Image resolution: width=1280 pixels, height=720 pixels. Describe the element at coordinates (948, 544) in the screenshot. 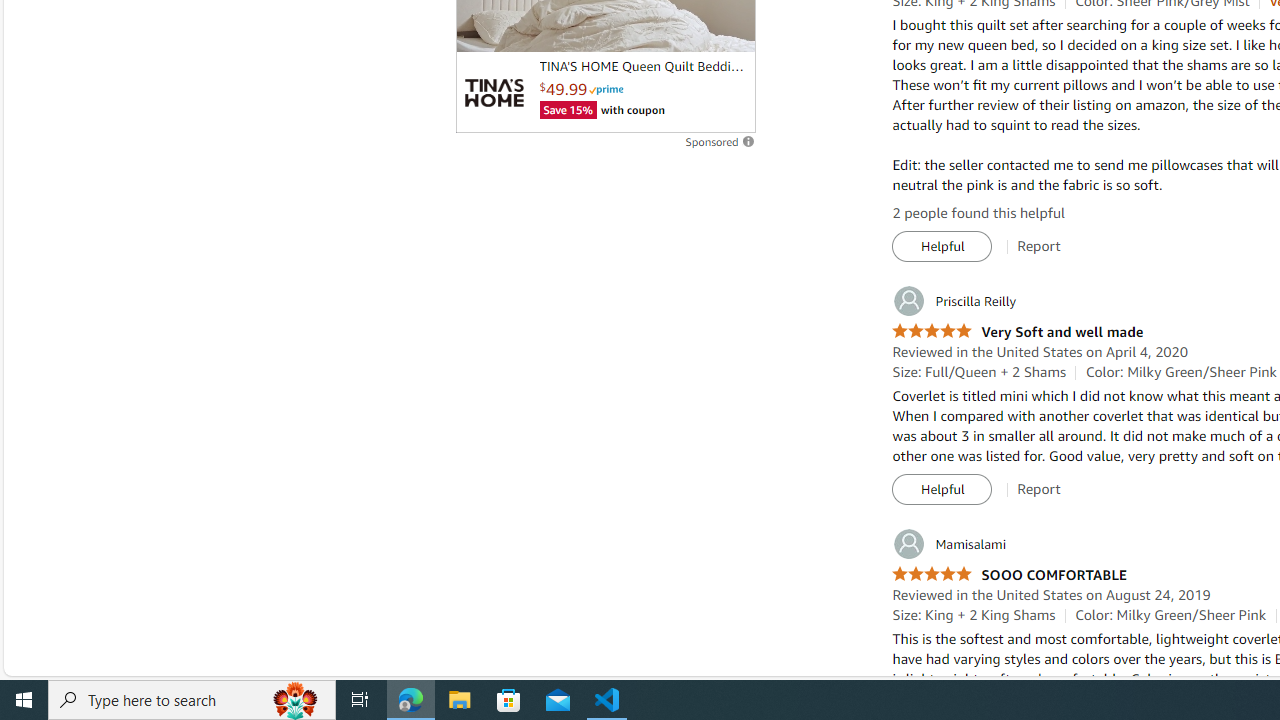

I see `'Mamisalami'` at that location.